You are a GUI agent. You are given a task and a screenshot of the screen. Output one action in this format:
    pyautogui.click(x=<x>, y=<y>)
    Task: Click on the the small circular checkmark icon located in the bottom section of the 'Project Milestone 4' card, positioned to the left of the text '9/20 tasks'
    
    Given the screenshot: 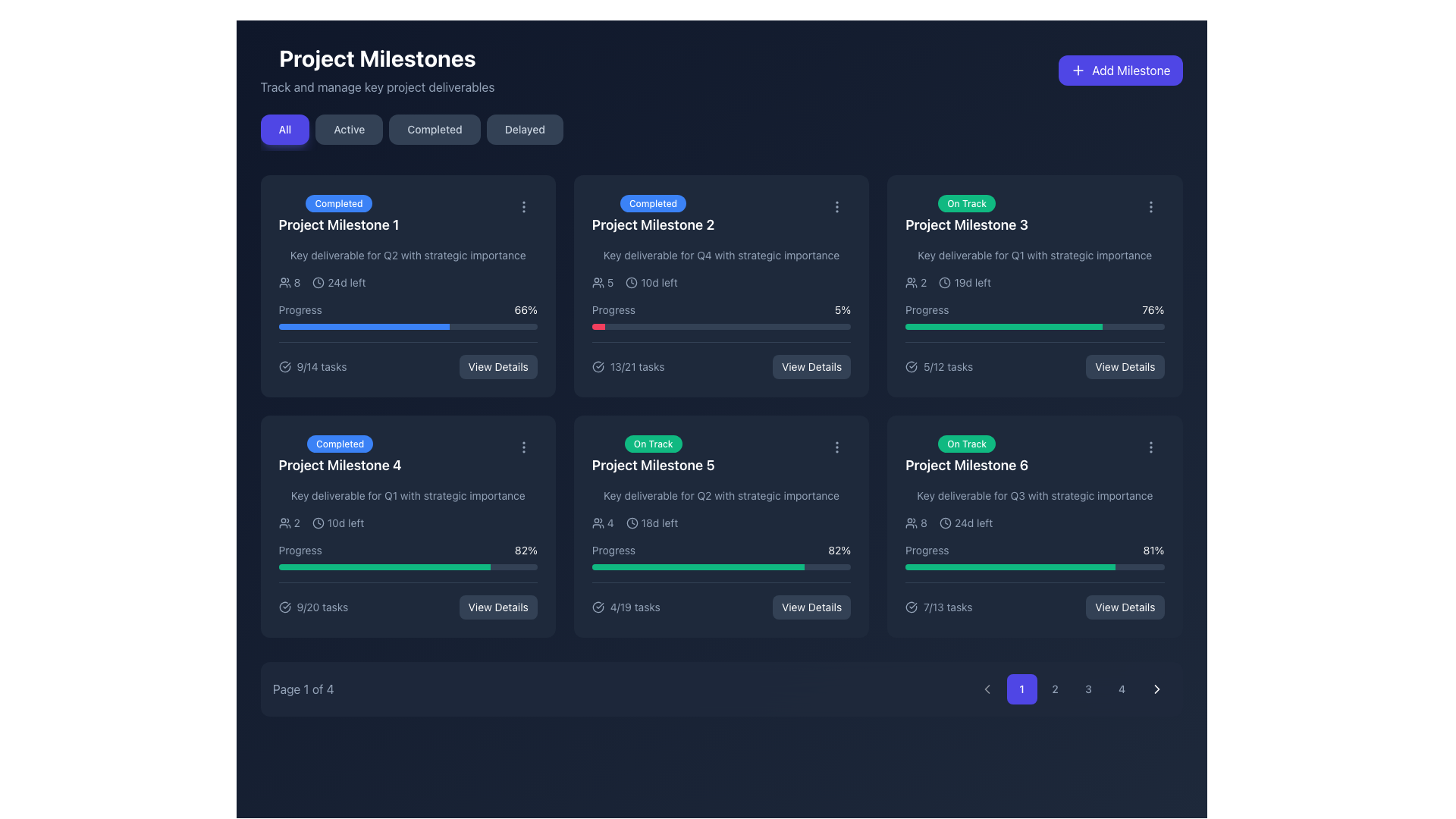 What is the action you would take?
    pyautogui.click(x=284, y=607)
    